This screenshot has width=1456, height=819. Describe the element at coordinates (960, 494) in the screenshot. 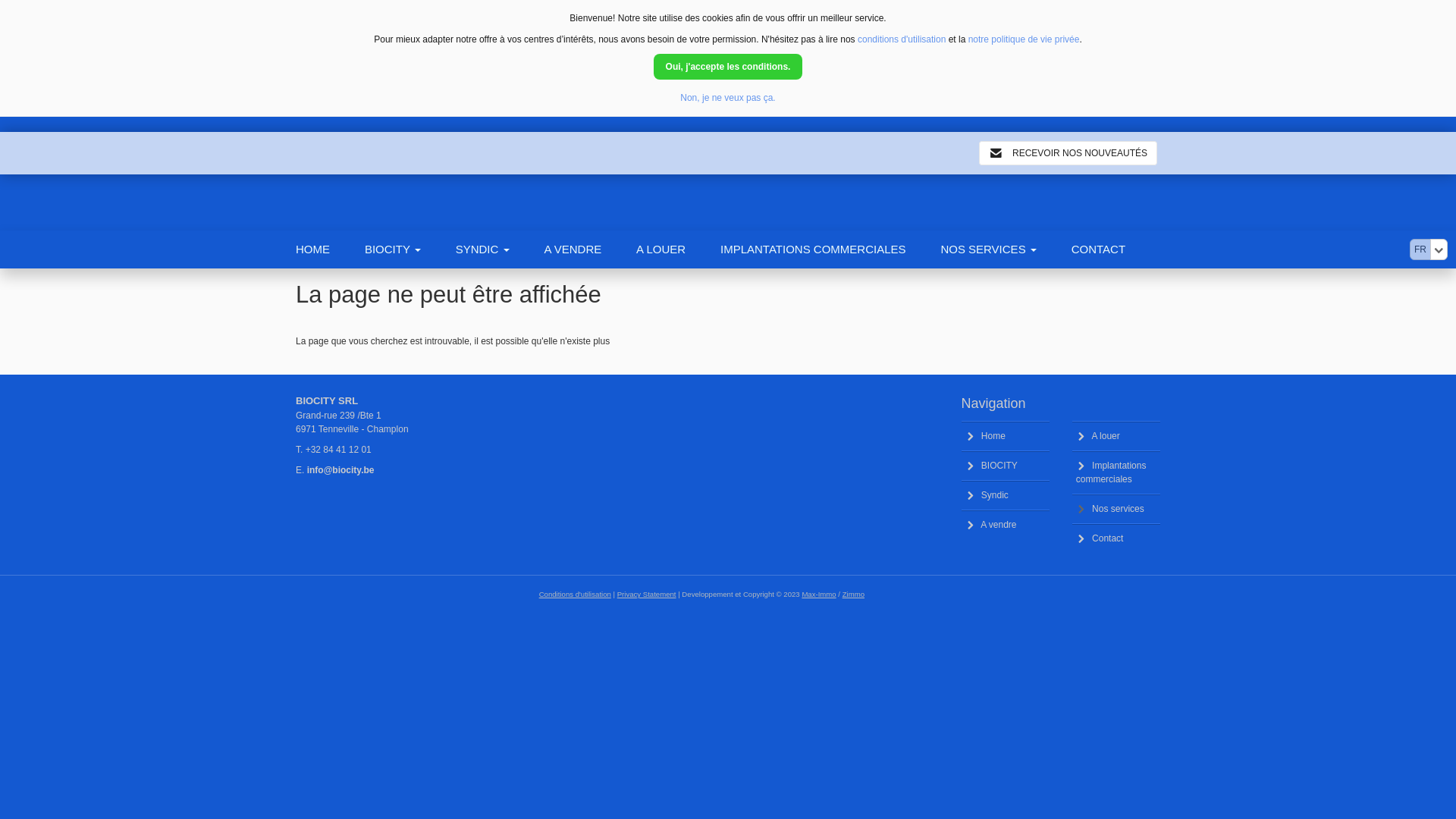

I see `'Syndic'` at that location.